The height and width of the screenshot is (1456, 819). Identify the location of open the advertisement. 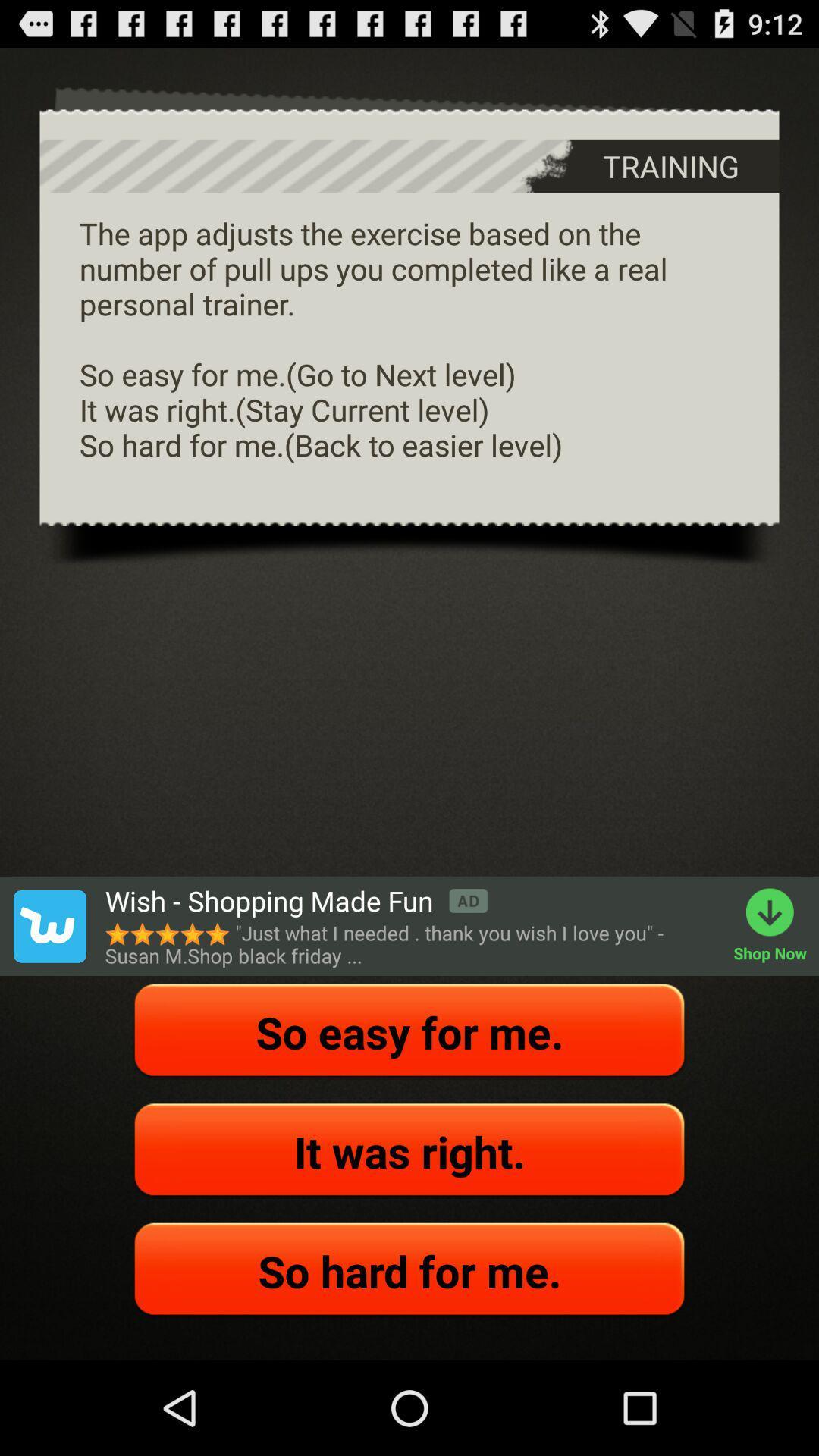
(49, 925).